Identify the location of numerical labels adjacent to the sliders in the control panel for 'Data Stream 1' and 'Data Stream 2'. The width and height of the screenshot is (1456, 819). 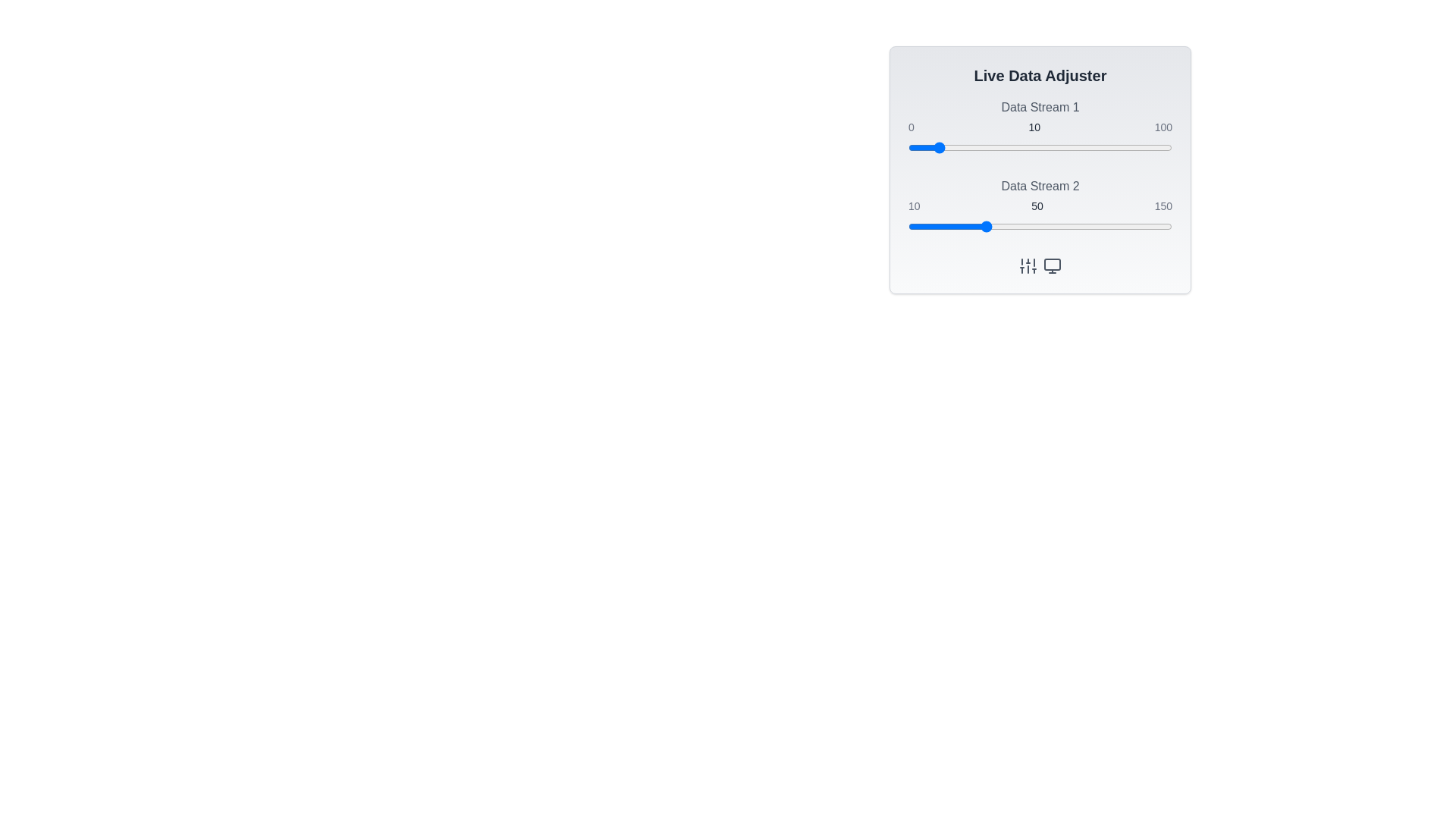
(1040, 169).